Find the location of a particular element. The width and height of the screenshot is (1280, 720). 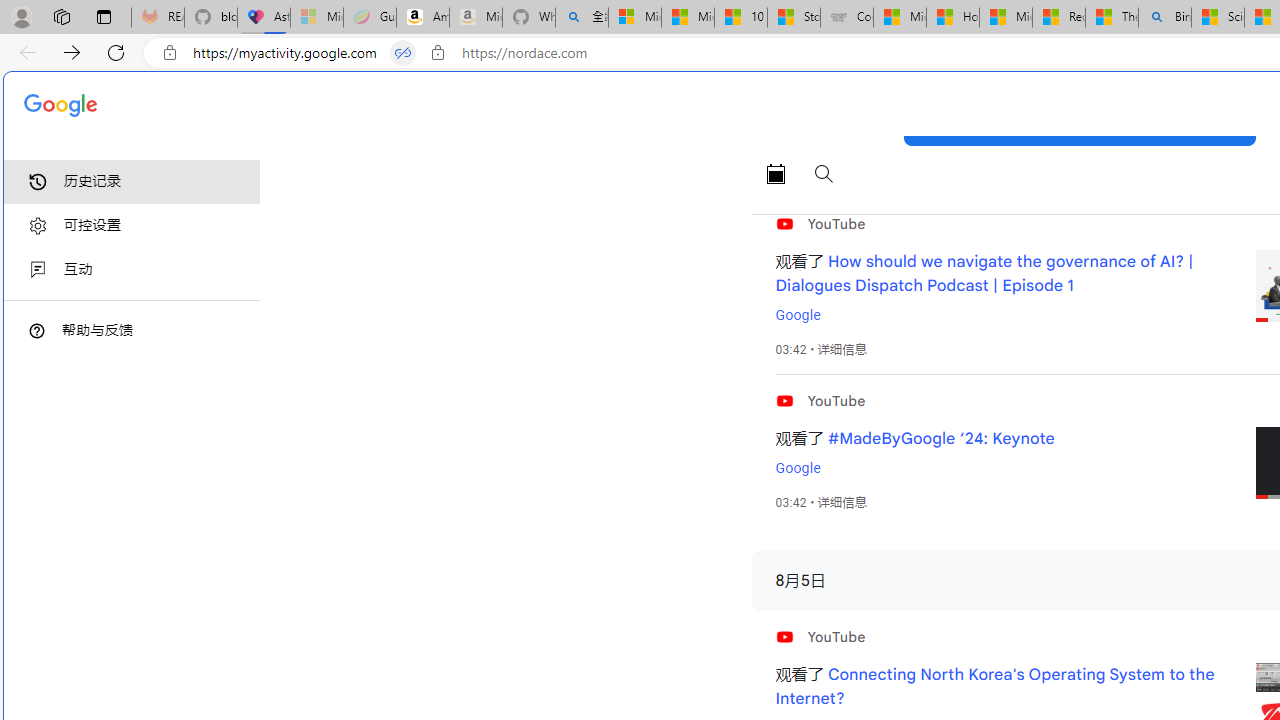

'Tabs in split screen' is located at coordinates (402, 52).